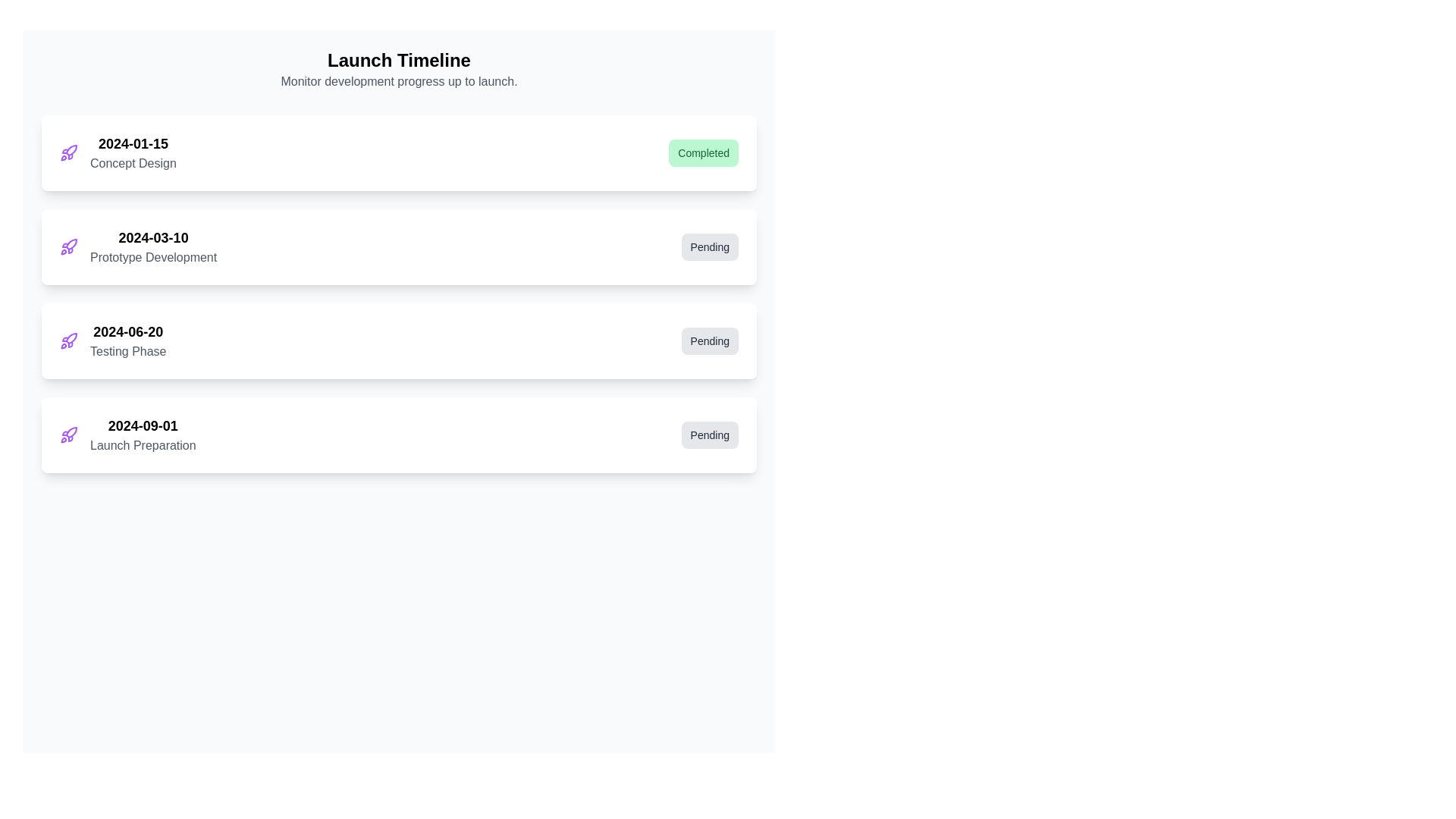 This screenshot has width=1456, height=819. Describe the element at coordinates (71, 243) in the screenshot. I see `the purple rocket icon part of the SVG shape located next to the date '2024-03-10' and the description 'Prototype Development' in the second item of the timeline` at that location.